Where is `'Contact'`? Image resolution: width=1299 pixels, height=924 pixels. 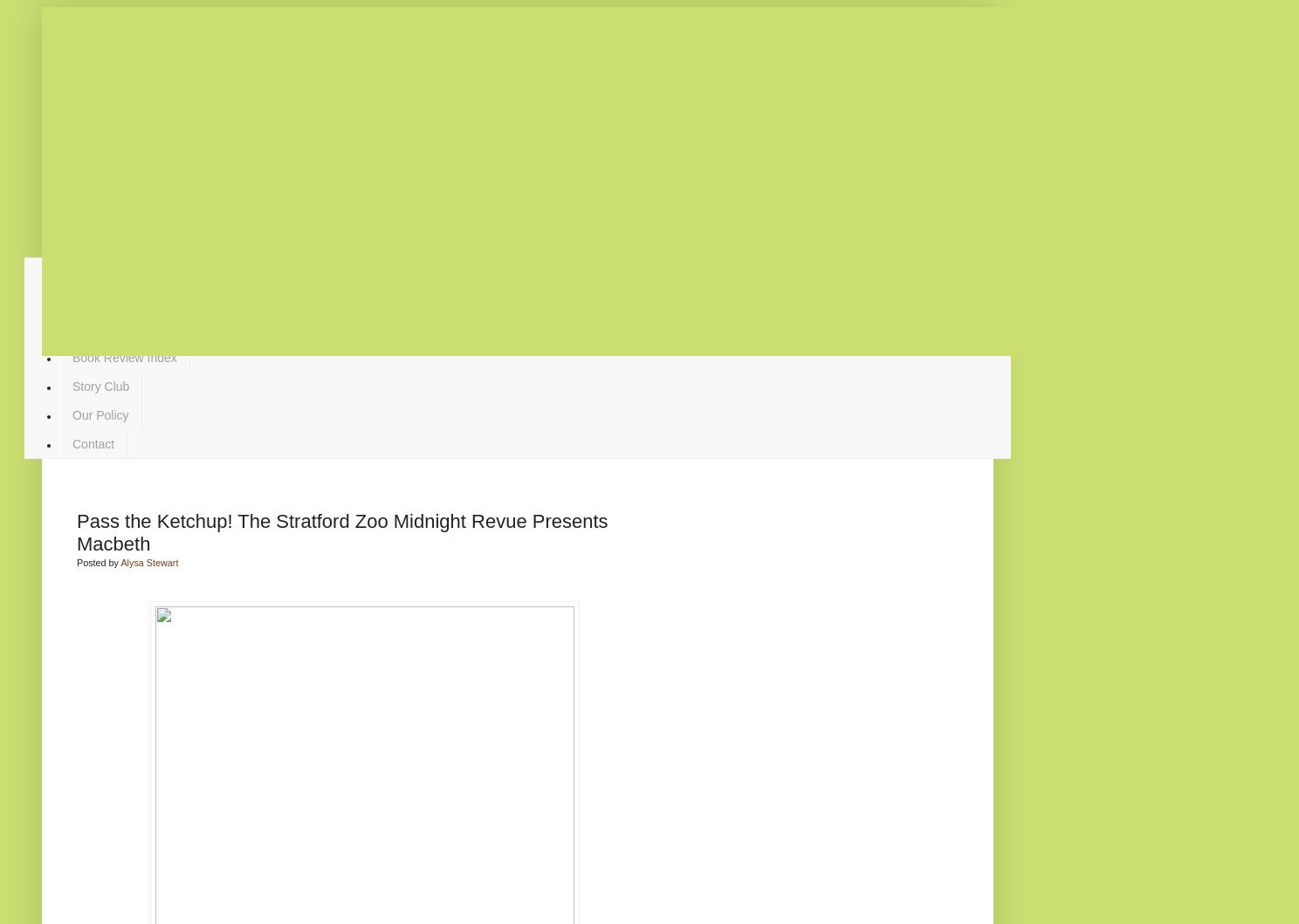
'Contact' is located at coordinates (92, 443).